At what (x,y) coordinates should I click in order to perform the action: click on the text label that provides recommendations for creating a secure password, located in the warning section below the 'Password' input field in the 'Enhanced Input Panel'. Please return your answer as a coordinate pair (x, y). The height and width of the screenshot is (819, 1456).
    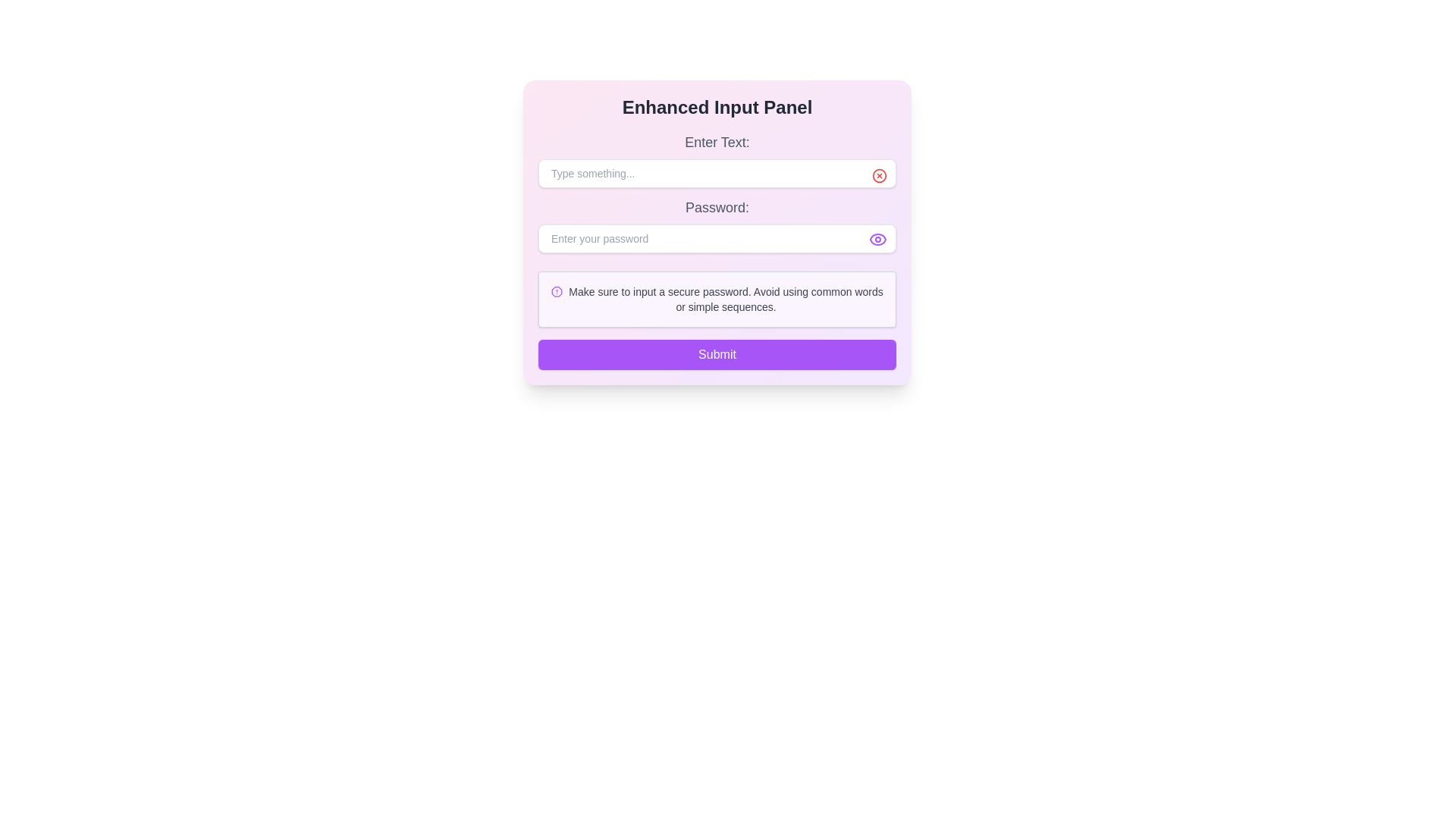
    Looking at the image, I should click on (725, 299).